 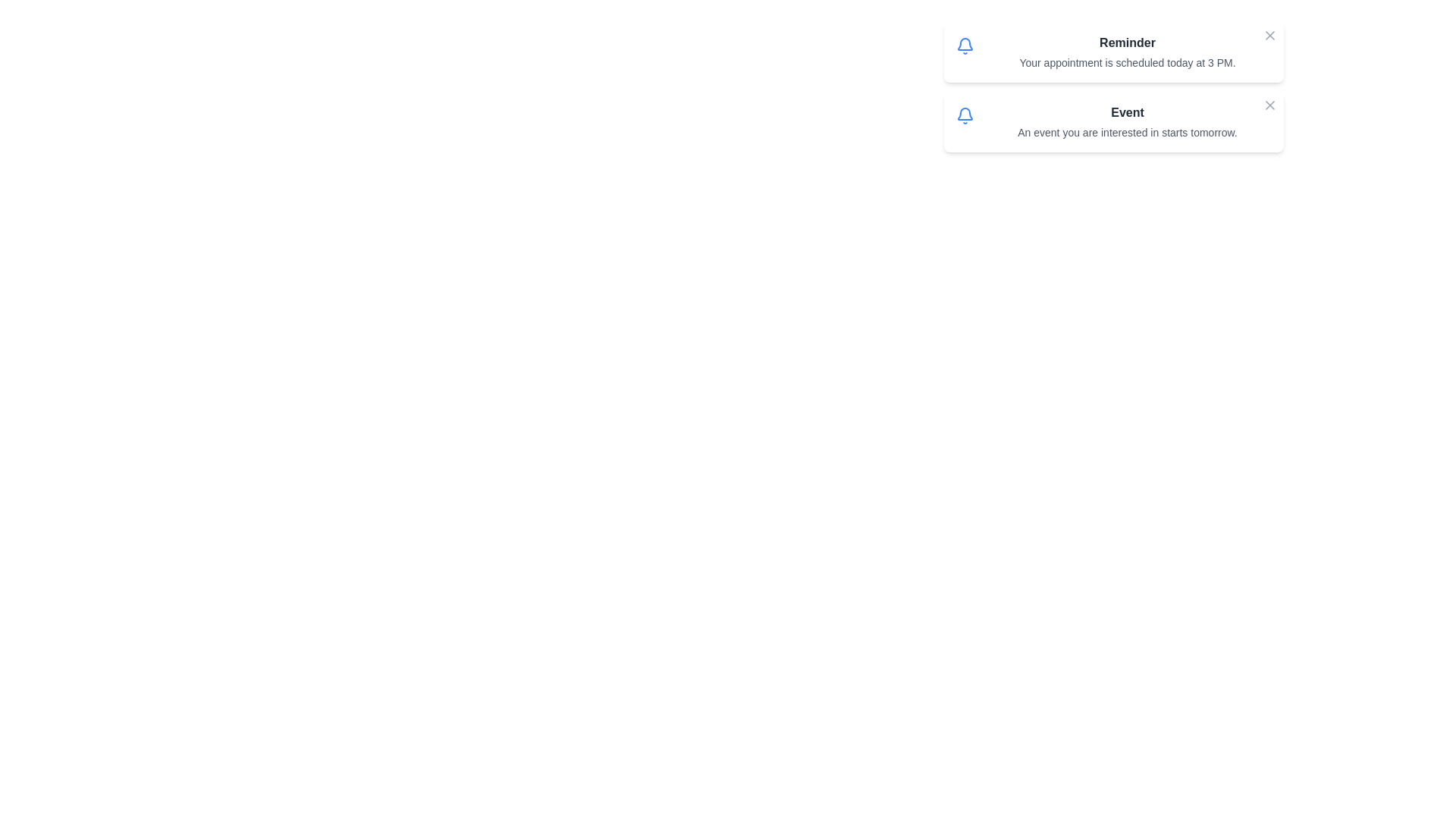 What do you see at coordinates (1128, 62) in the screenshot?
I see `the Text Label displaying the reminder message about a scheduled appointment, which is located below the 'Reminder' title within a notification card` at bounding box center [1128, 62].